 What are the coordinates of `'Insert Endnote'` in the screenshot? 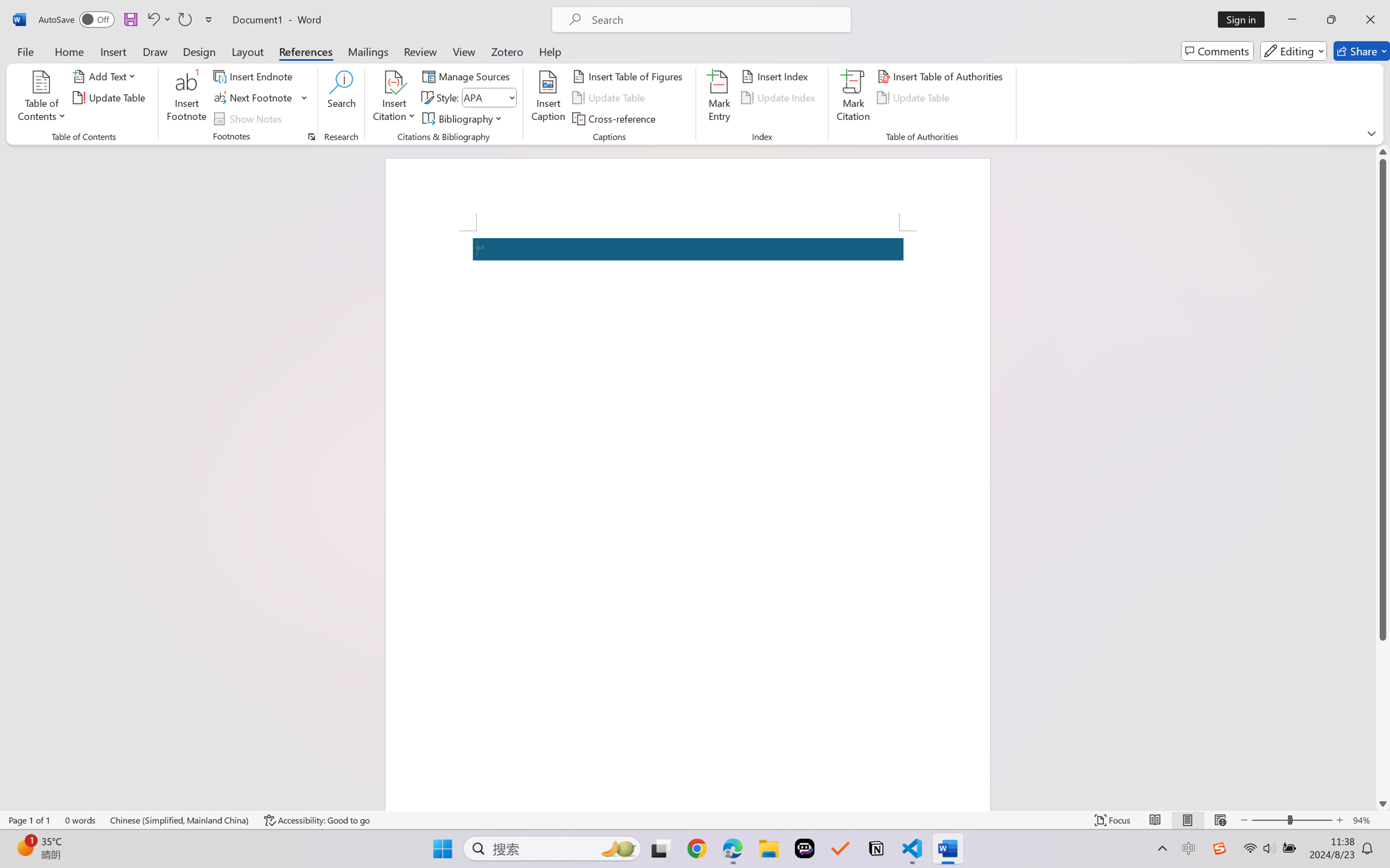 It's located at (253, 75).